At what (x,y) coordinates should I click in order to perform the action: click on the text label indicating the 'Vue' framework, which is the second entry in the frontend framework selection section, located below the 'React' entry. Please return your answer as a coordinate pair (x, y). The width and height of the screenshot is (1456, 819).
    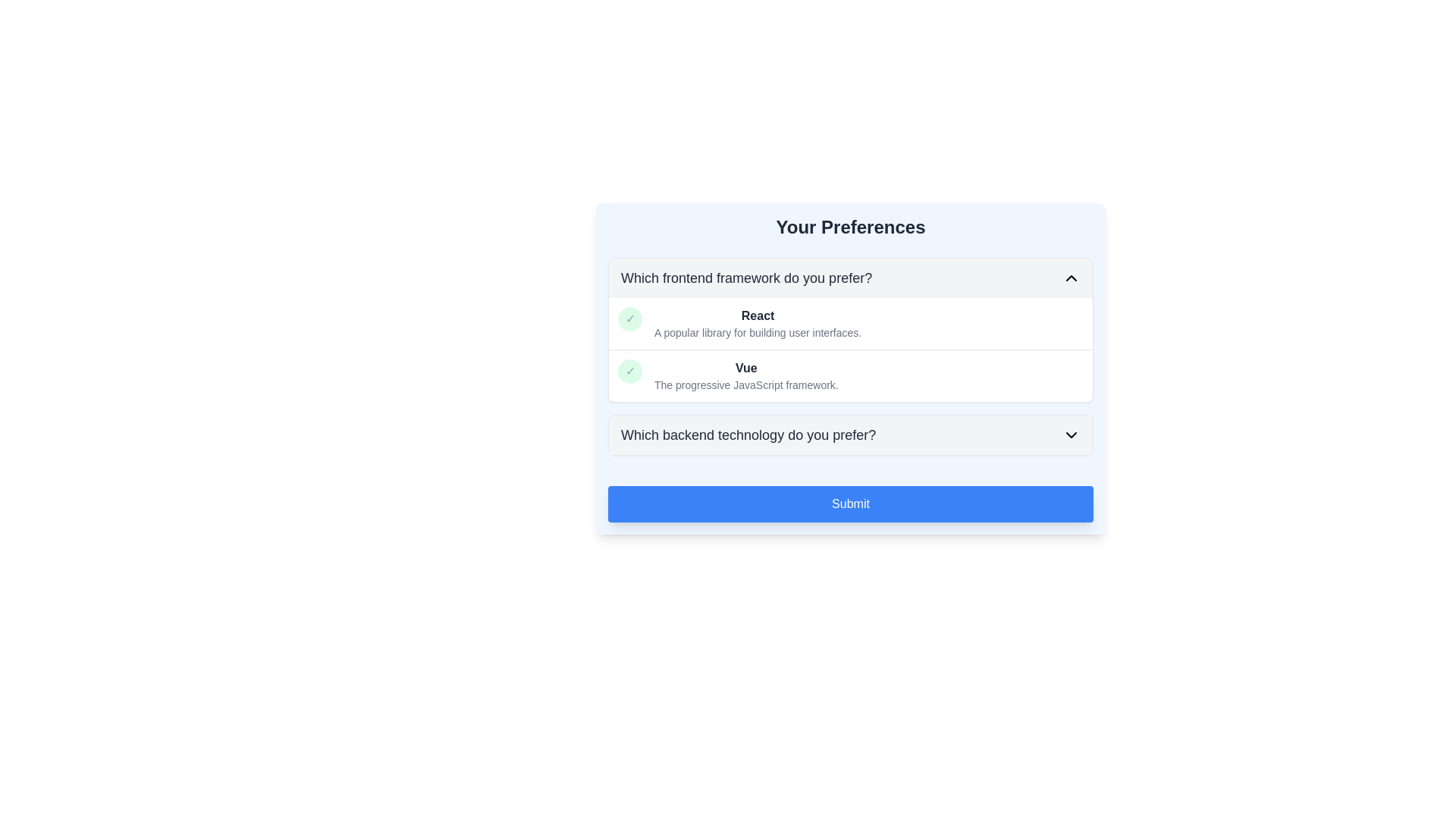
    Looking at the image, I should click on (746, 375).